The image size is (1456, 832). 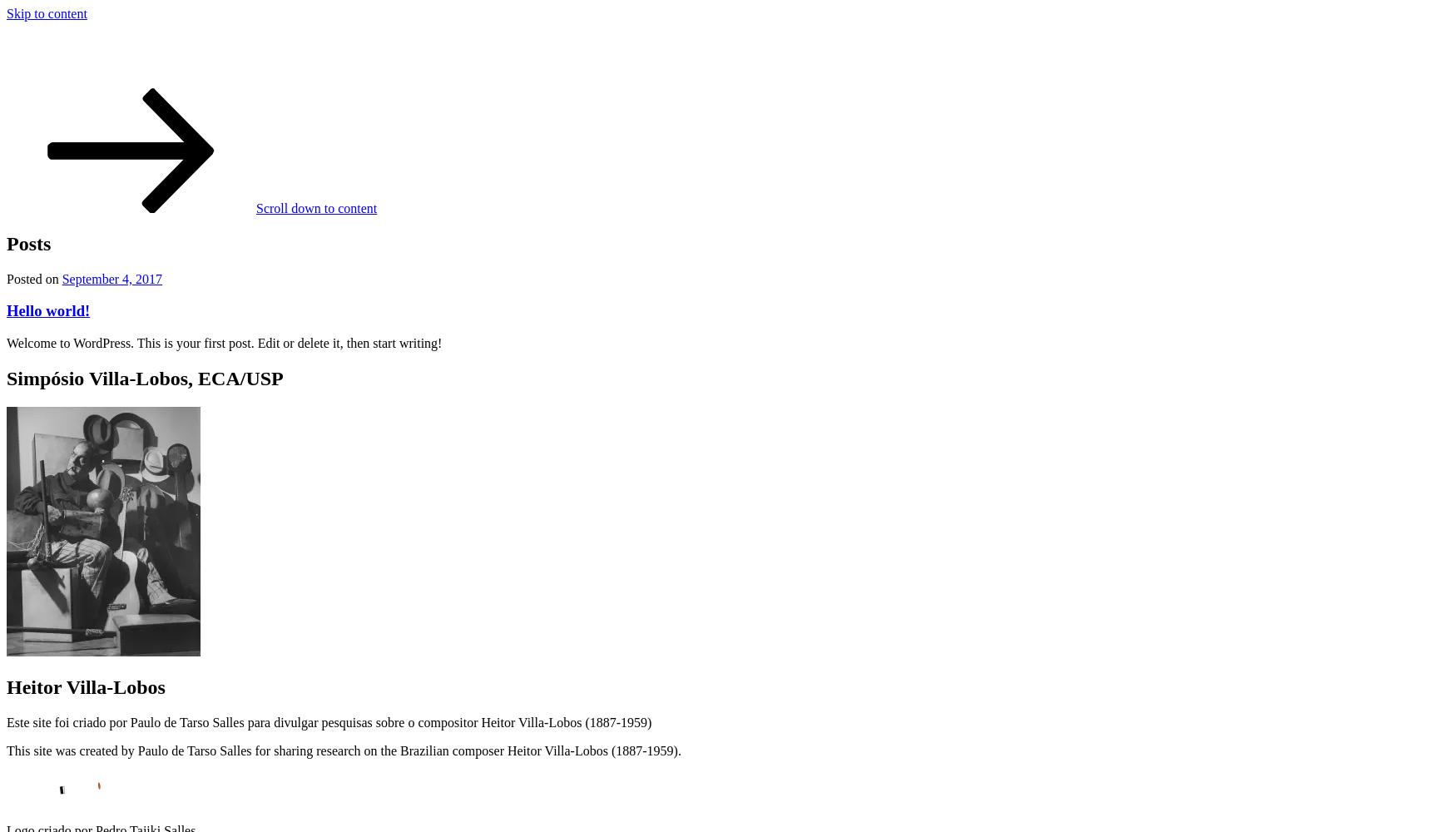 What do you see at coordinates (143, 378) in the screenshot?
I see `'Simpósio Villa-Lobos, ECA/USP'` at bounding box center [143, 378].